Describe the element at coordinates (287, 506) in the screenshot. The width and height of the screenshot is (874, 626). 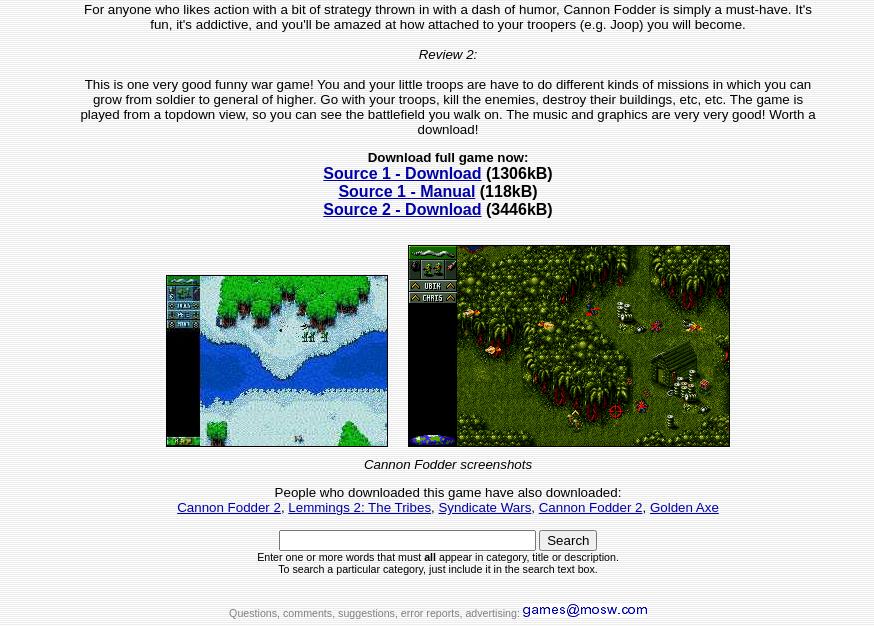
I see `'Lemmings 2: The Tribes'` at that location.